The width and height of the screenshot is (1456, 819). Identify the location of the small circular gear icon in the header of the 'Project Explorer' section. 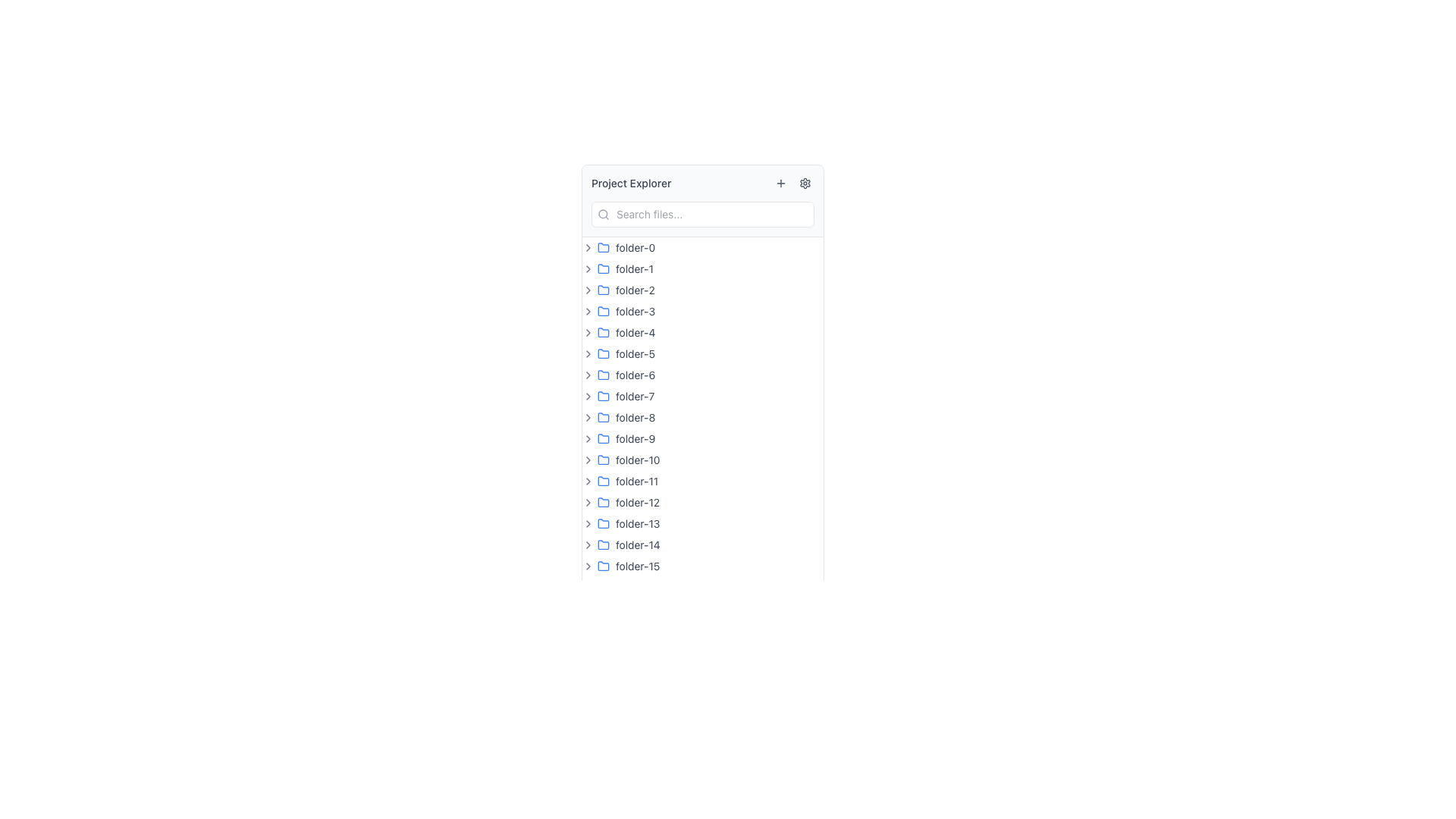
(804, 183).